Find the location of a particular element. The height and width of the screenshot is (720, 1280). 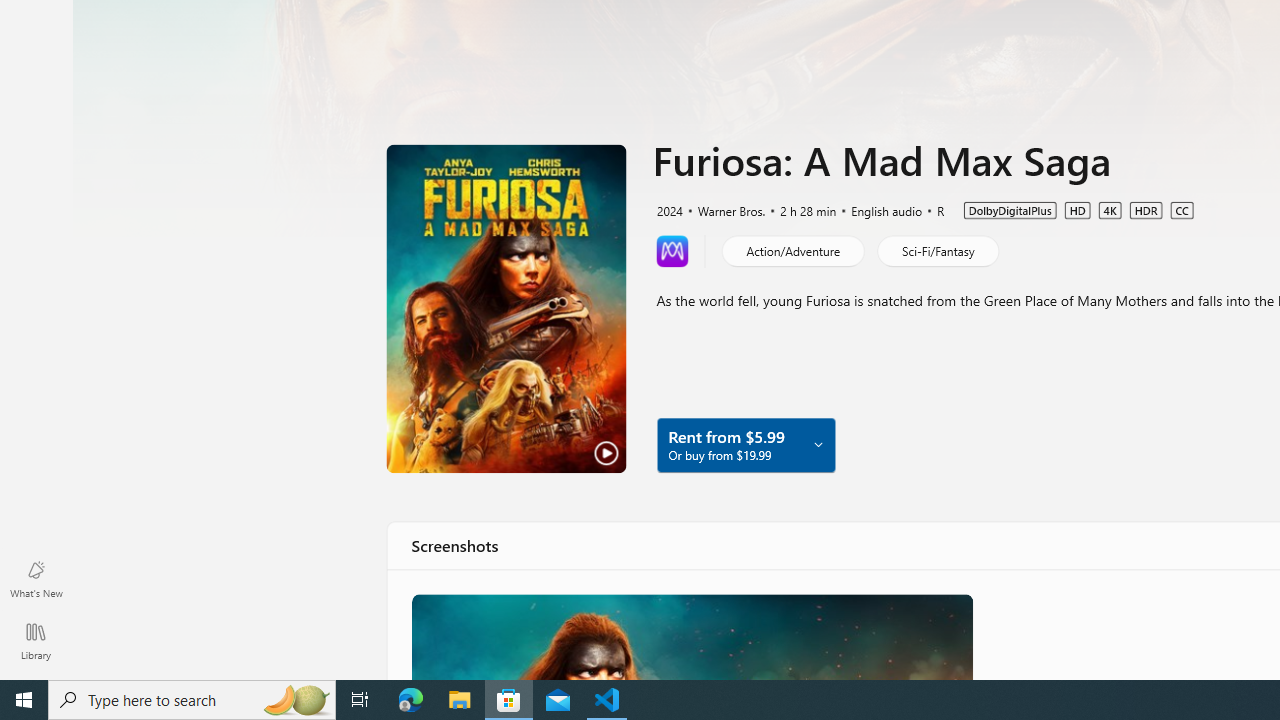

'Rent from $5.99 Or buy from $19.99' is located at coordinates (744, 443).